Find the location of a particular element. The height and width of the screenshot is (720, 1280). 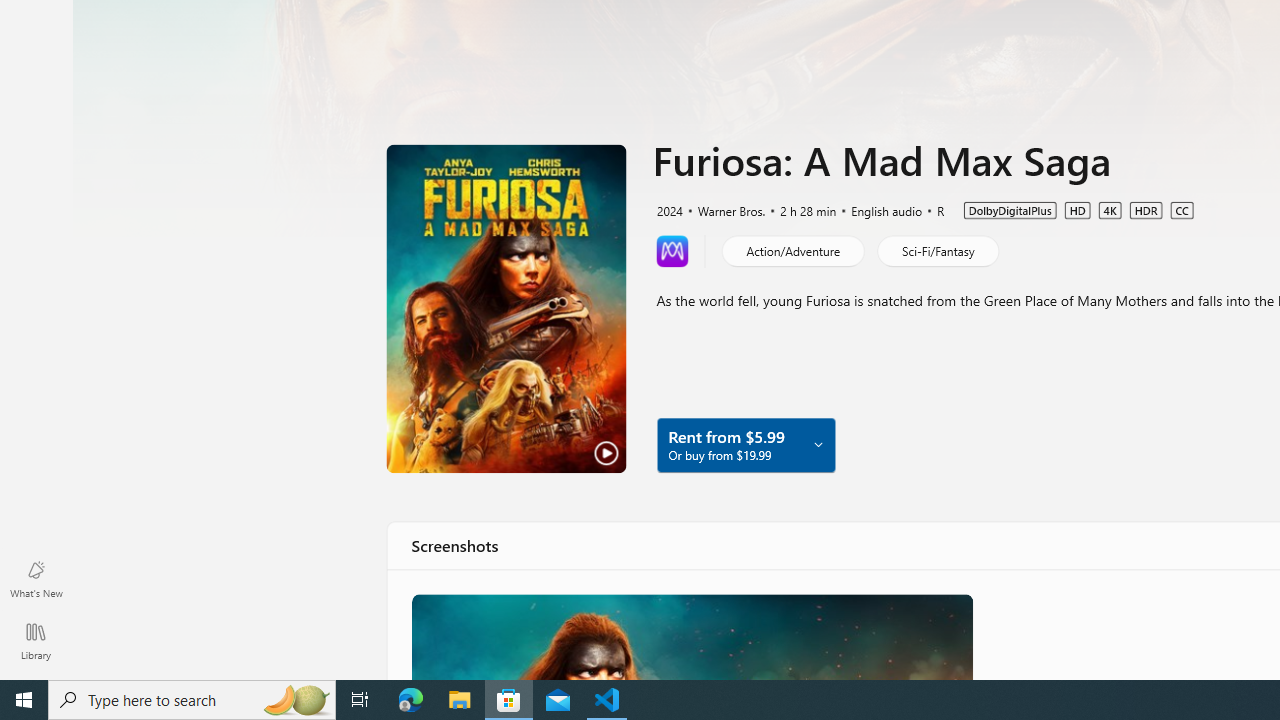

'Rent from $5.99 Or buy from $19.99' is located at coordinates (744, 443).